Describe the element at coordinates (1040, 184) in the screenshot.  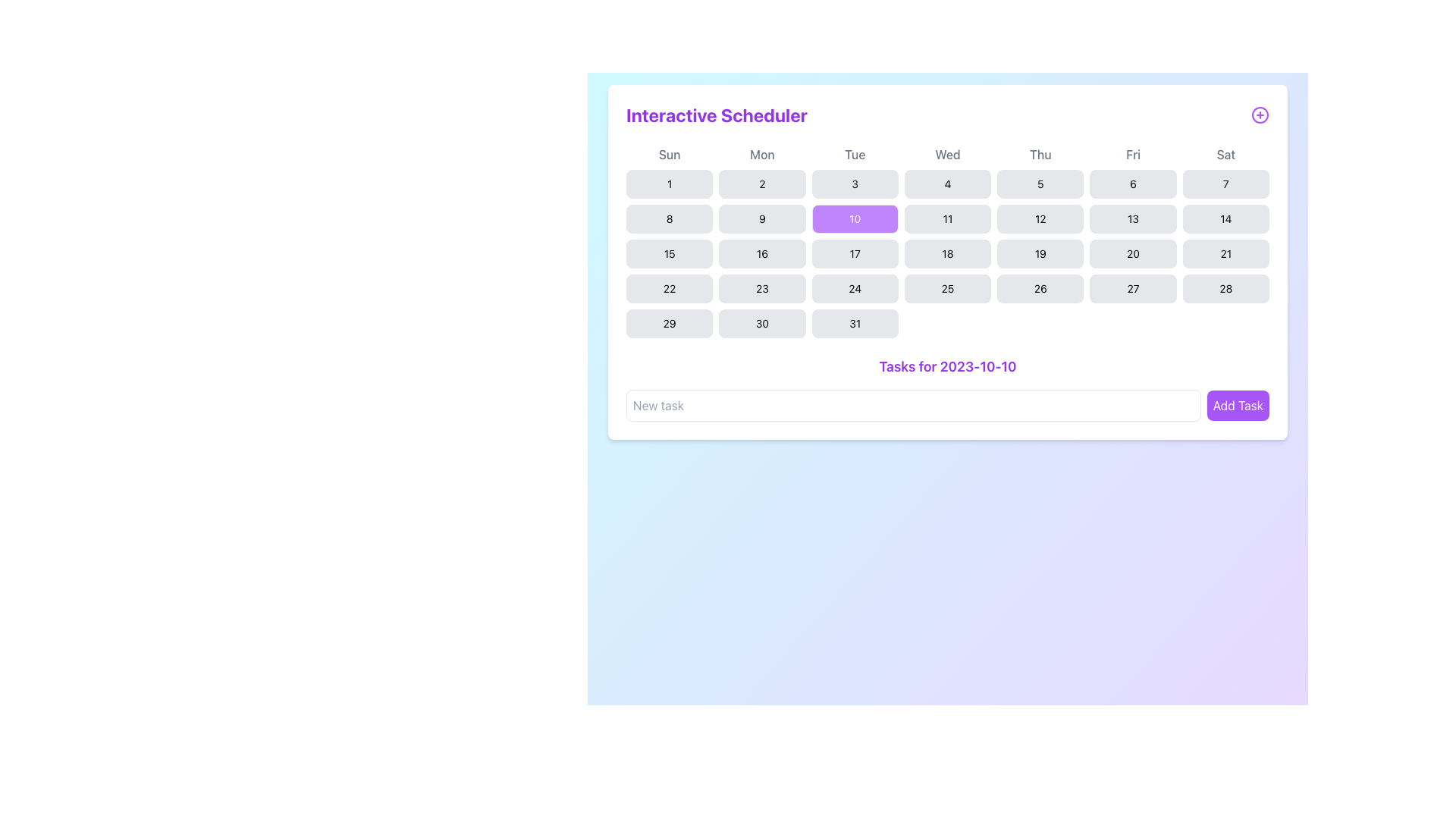
I see `the clickable calendar day button representing the 5th day, located in the first row under the 'Thu' header` at that location.